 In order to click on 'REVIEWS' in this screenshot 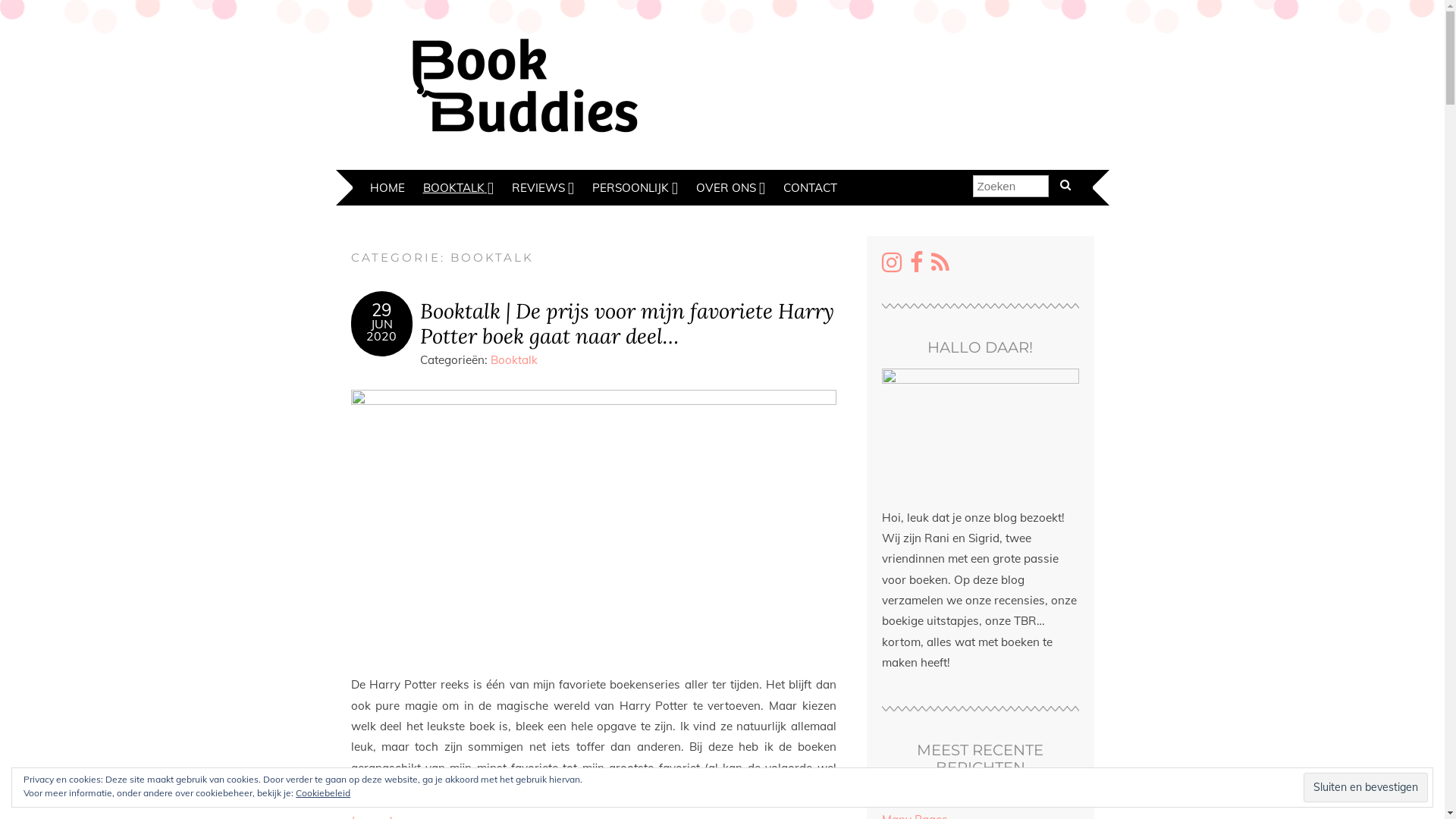, I will do `click(542, 187)`.